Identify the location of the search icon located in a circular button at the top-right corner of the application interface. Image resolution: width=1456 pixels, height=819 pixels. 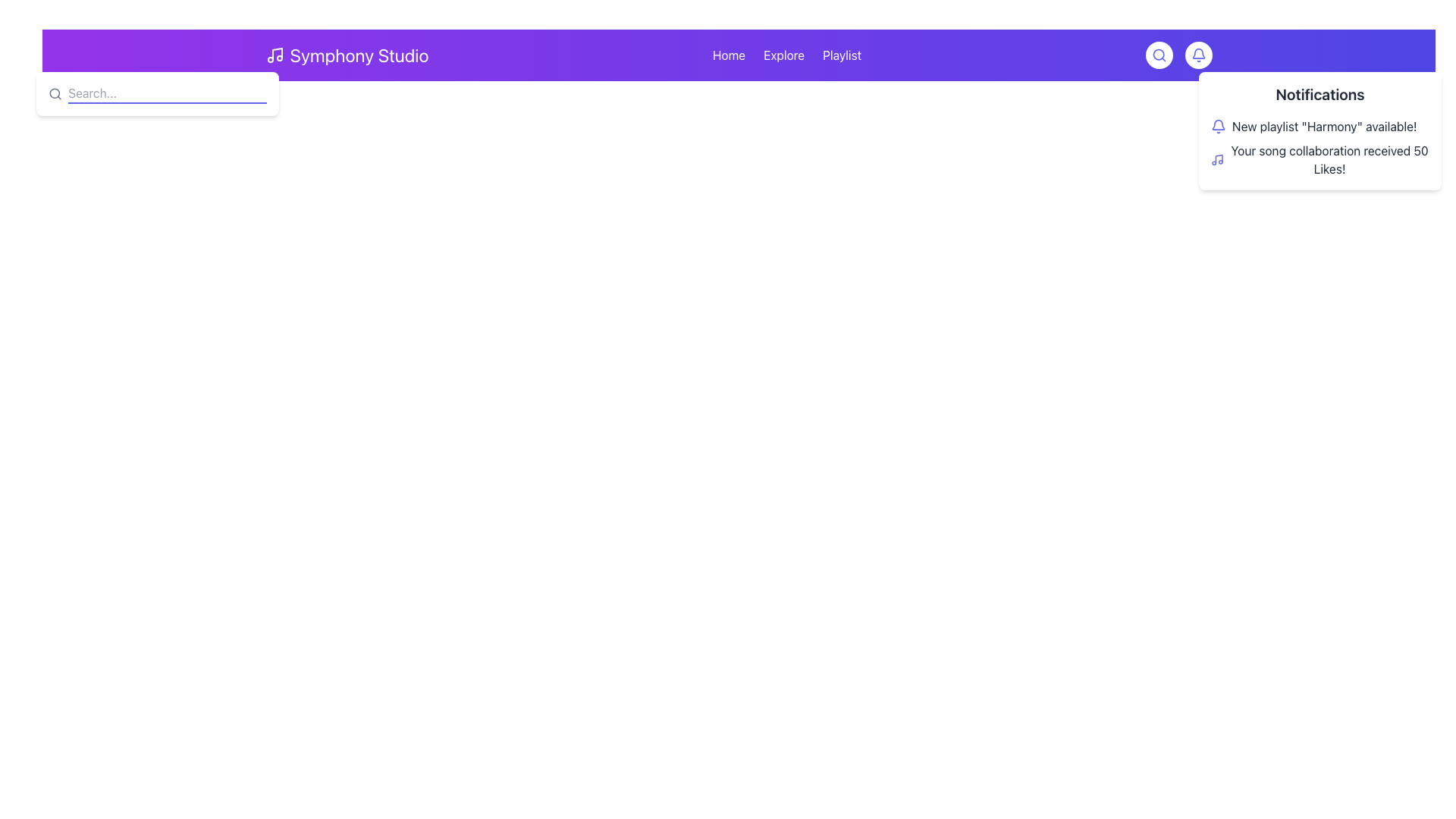
(1158, 55).